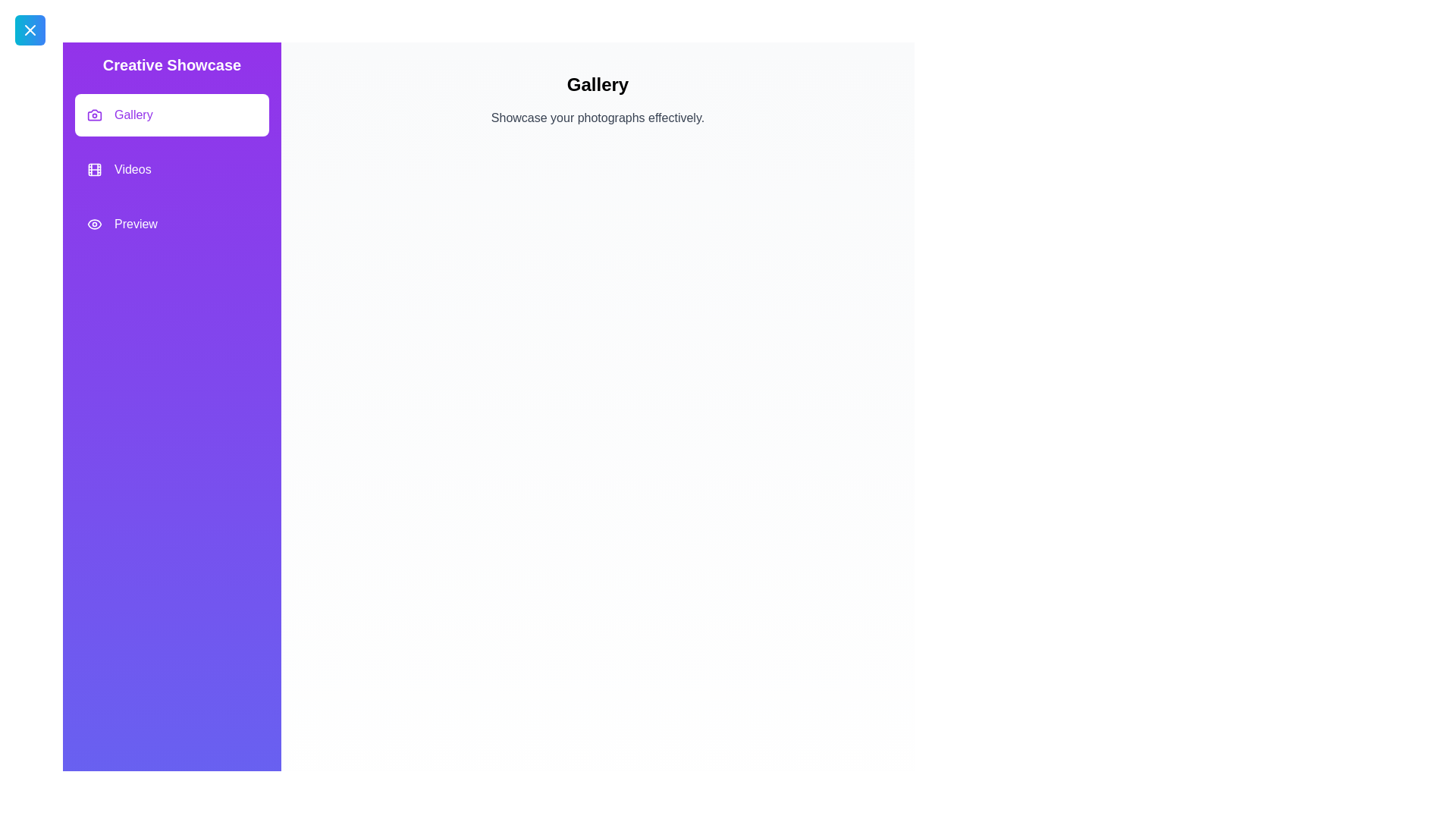  What do you see at coordinates (30, 30) in the screenshot?
I see `the toggle button at the top-left corner to close the drawer` at bounding box center [30, 30].